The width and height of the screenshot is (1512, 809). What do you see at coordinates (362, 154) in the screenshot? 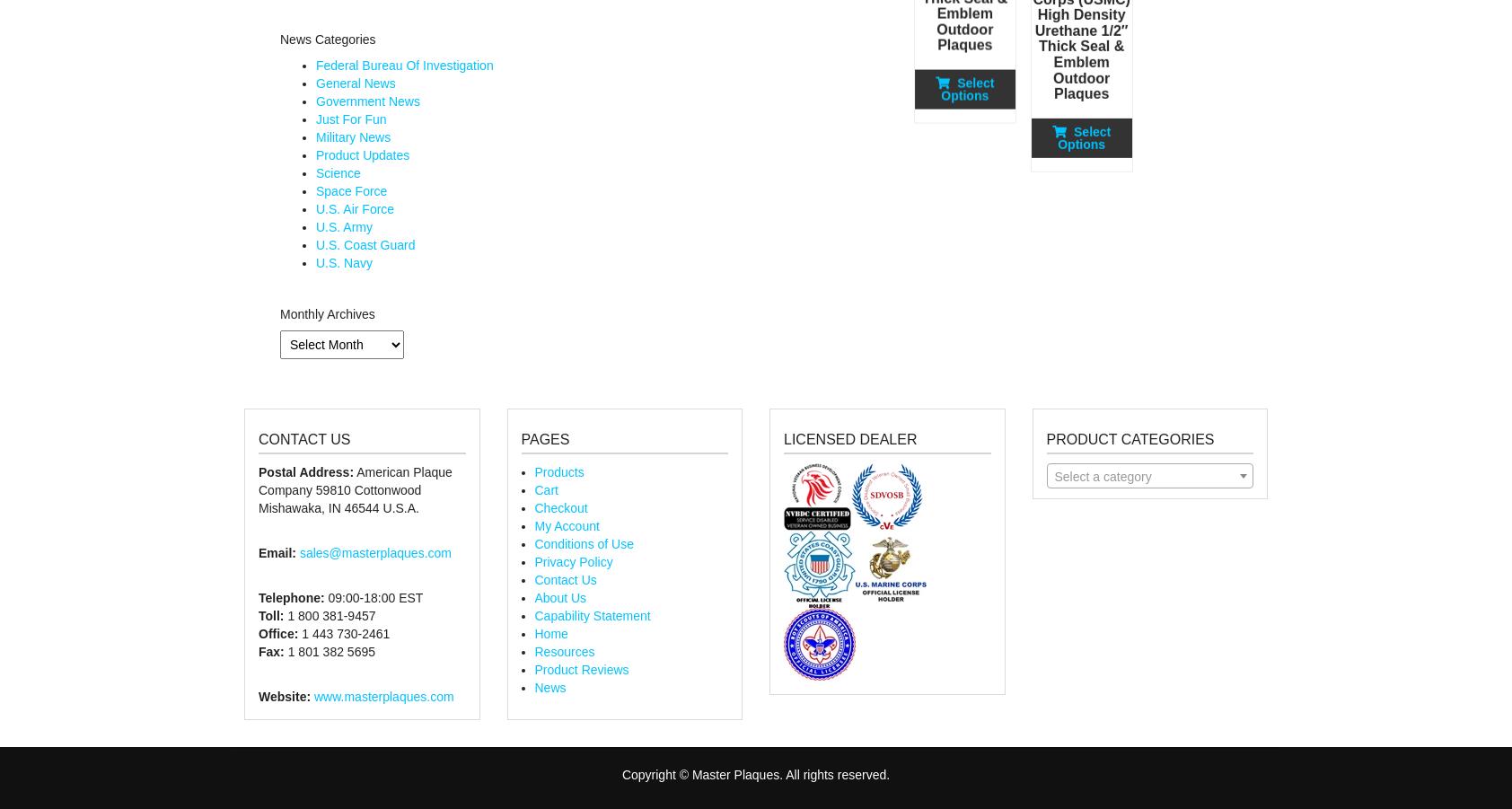
I see `'Product Updates'` at bounding box center [362, 154].